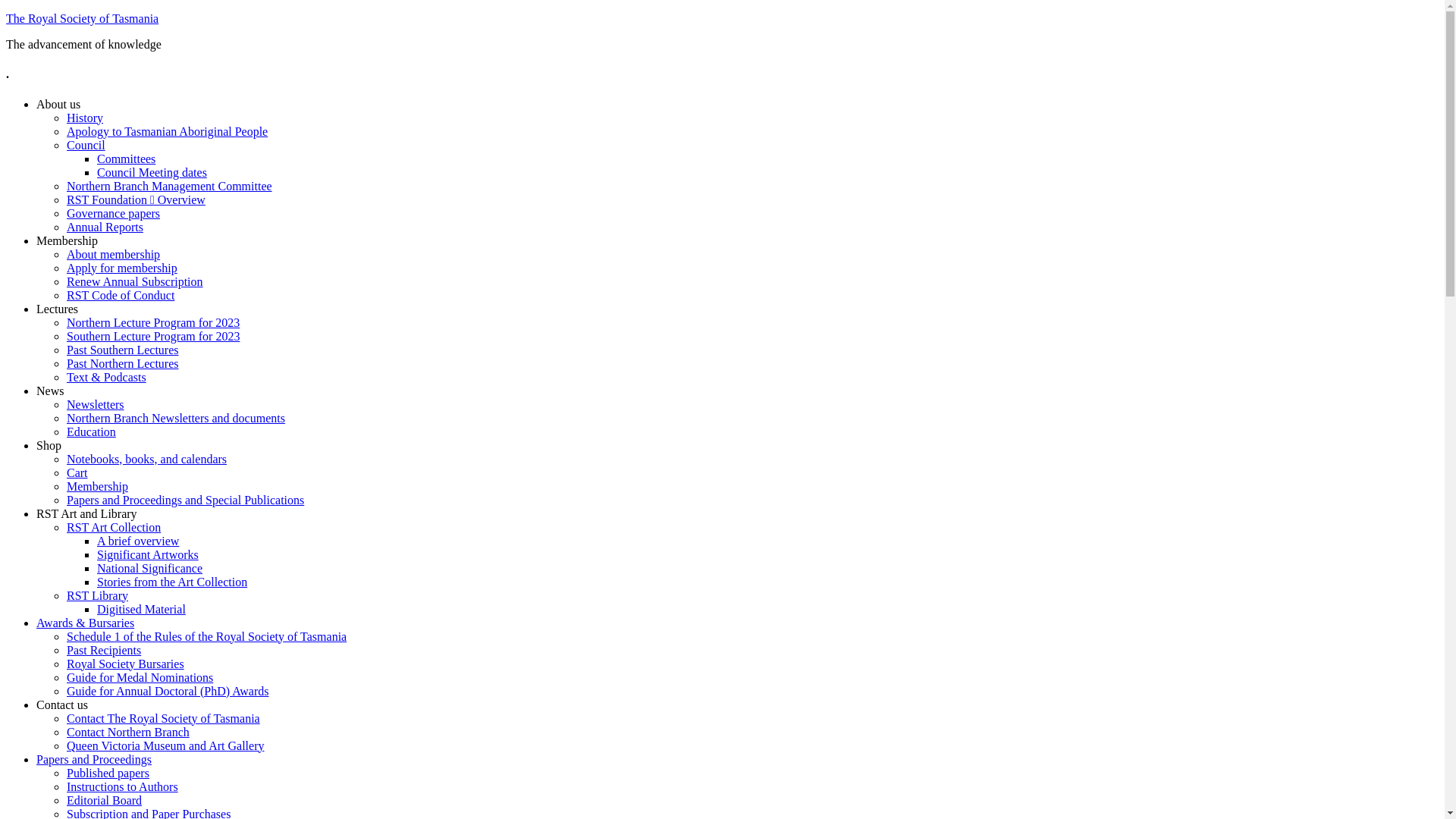  What do you see at coordinates (65, 376) in the screenshot?
I see `'Text & Podcasts'` at bounding box center [65, 376].